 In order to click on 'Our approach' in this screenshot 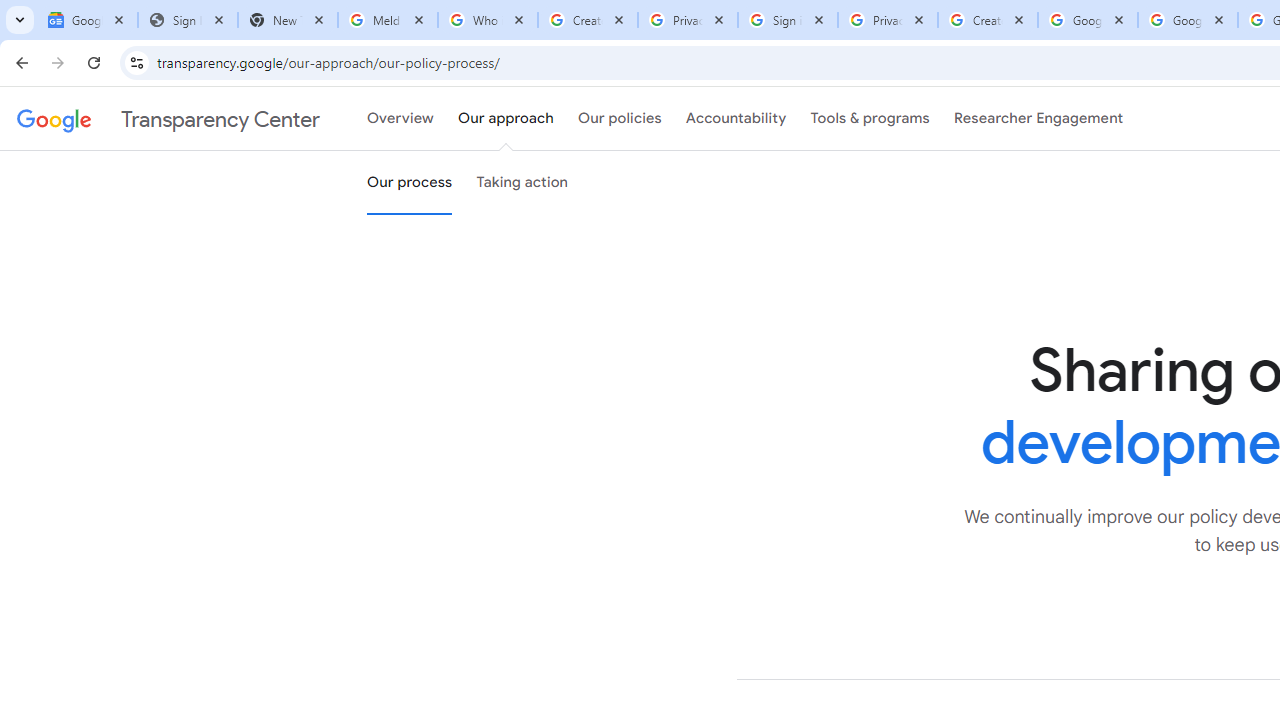, I will do `click(506, 119)`.